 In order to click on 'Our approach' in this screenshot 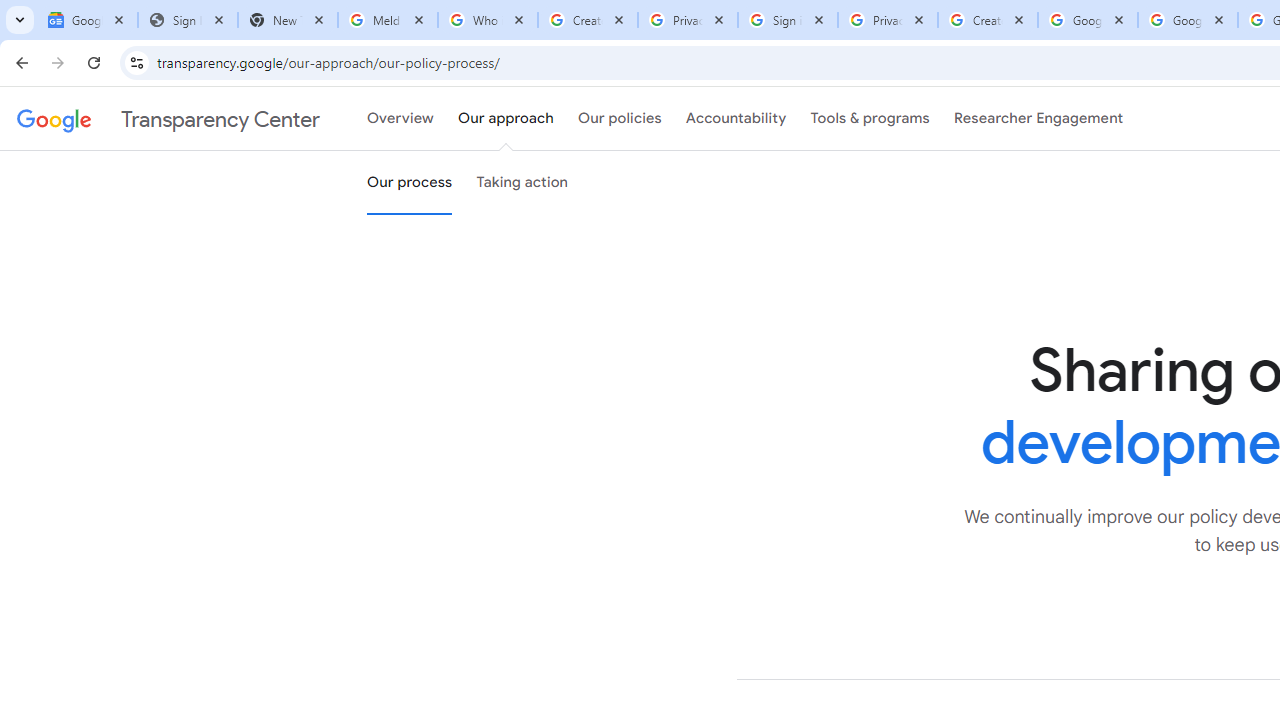, I will do `click(506, 119)`.